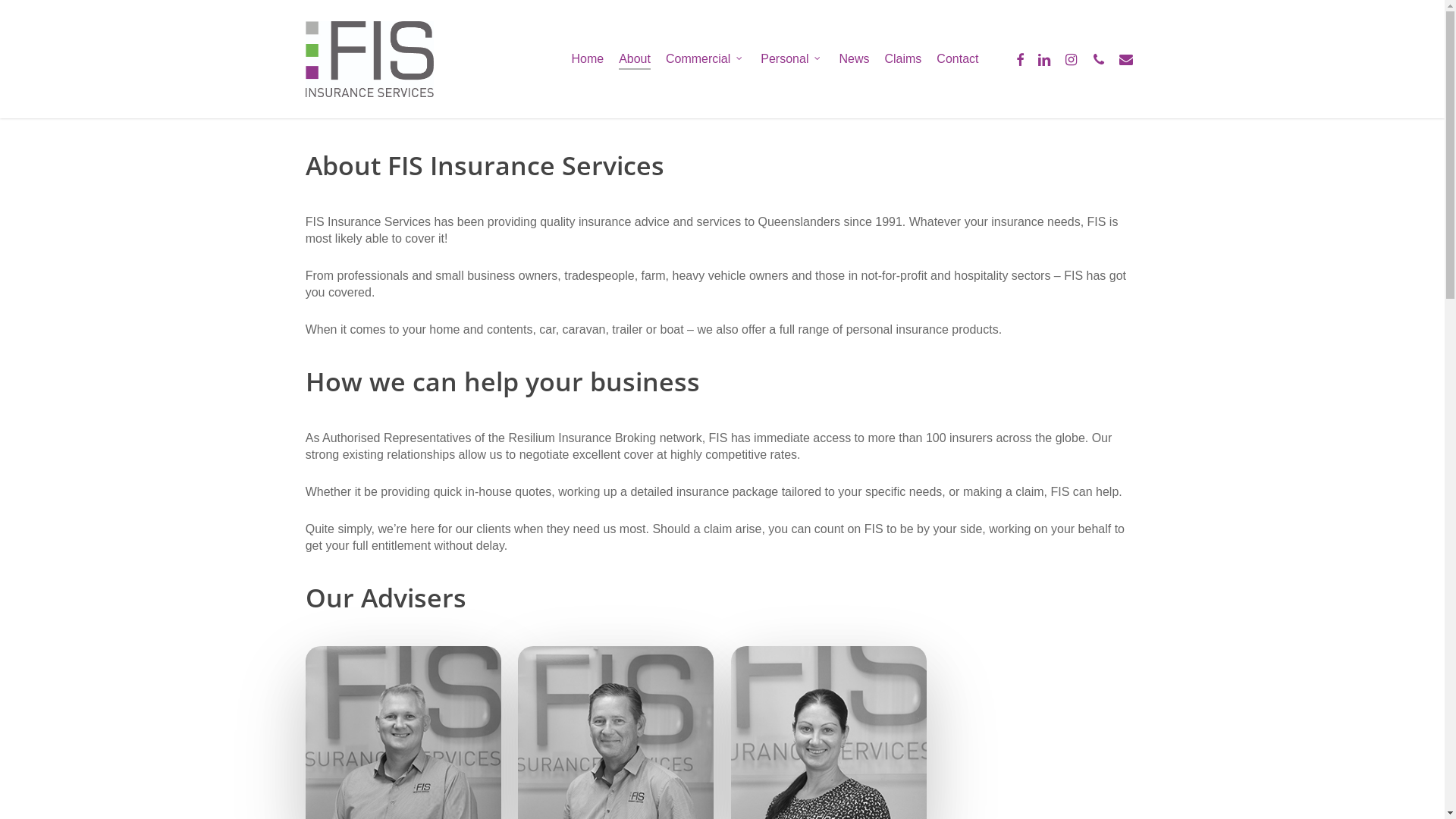 This screenshot has height=819, width=1456. I want to click on 'phone', so click(1084, 58).